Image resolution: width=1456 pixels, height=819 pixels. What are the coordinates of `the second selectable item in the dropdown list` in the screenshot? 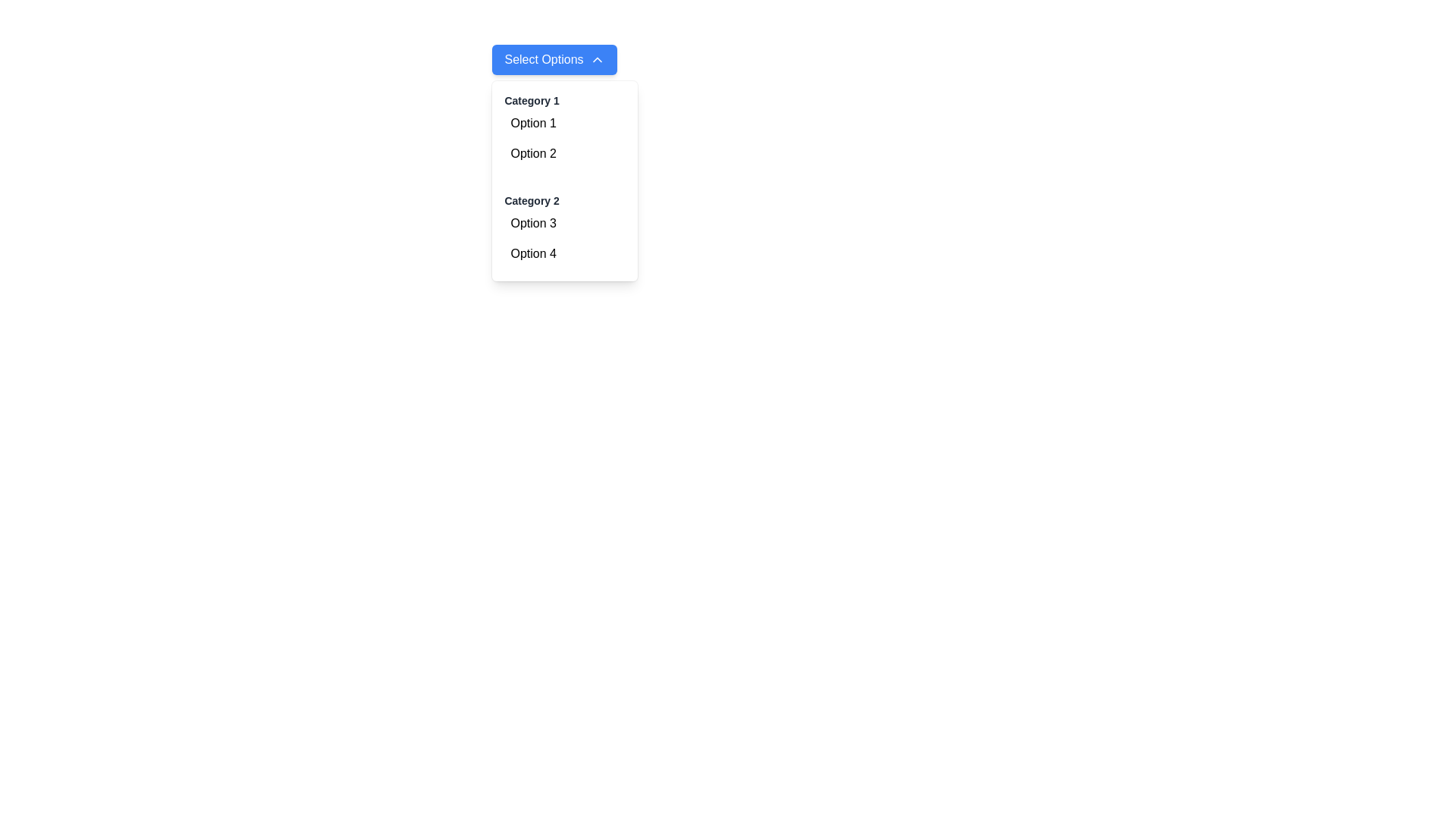 It's located at (564, 154).